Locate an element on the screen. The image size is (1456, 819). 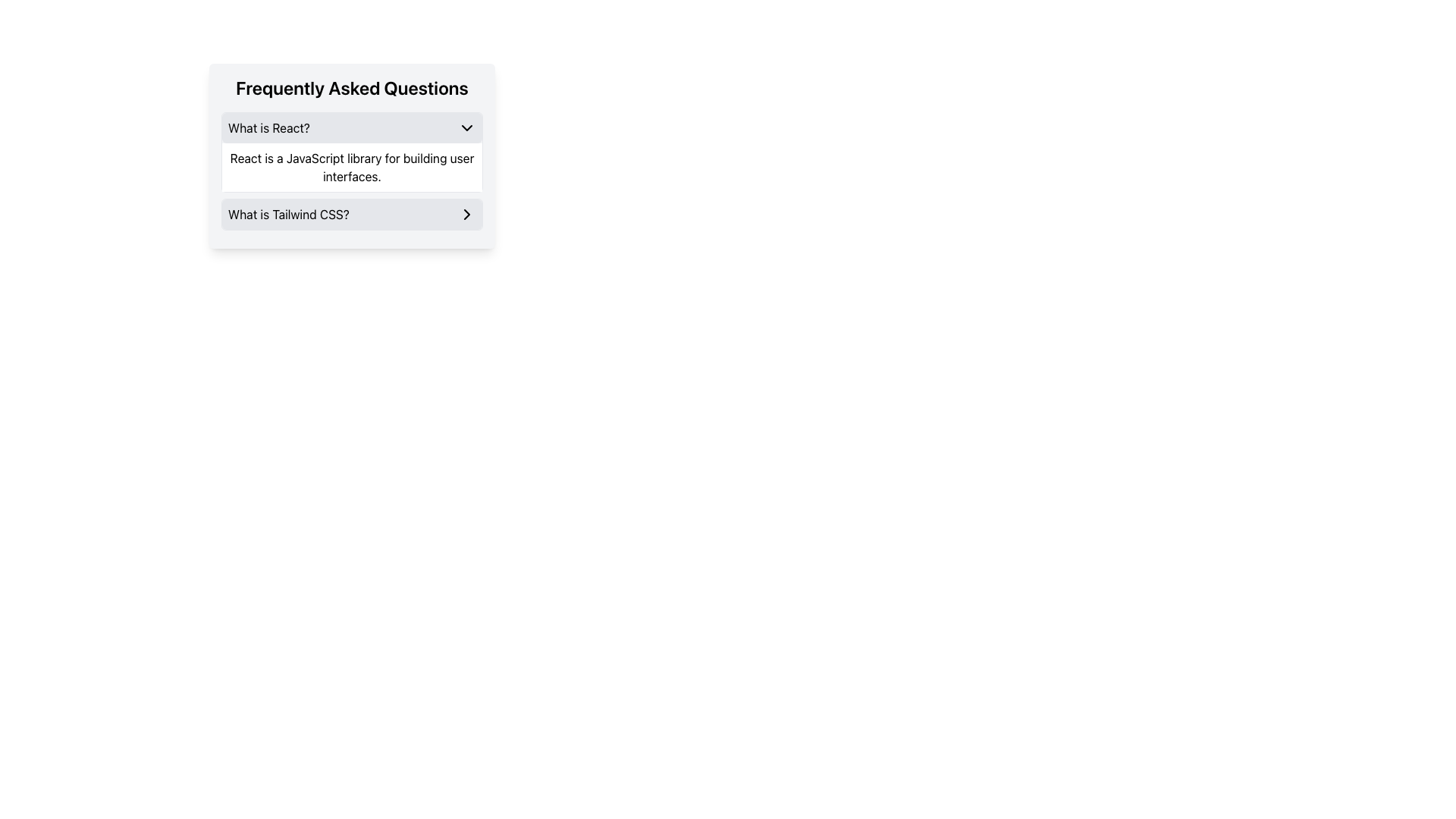
the FAQ button labeled 'What is Tailwind CSS?' is located at coordinates (351, 214).